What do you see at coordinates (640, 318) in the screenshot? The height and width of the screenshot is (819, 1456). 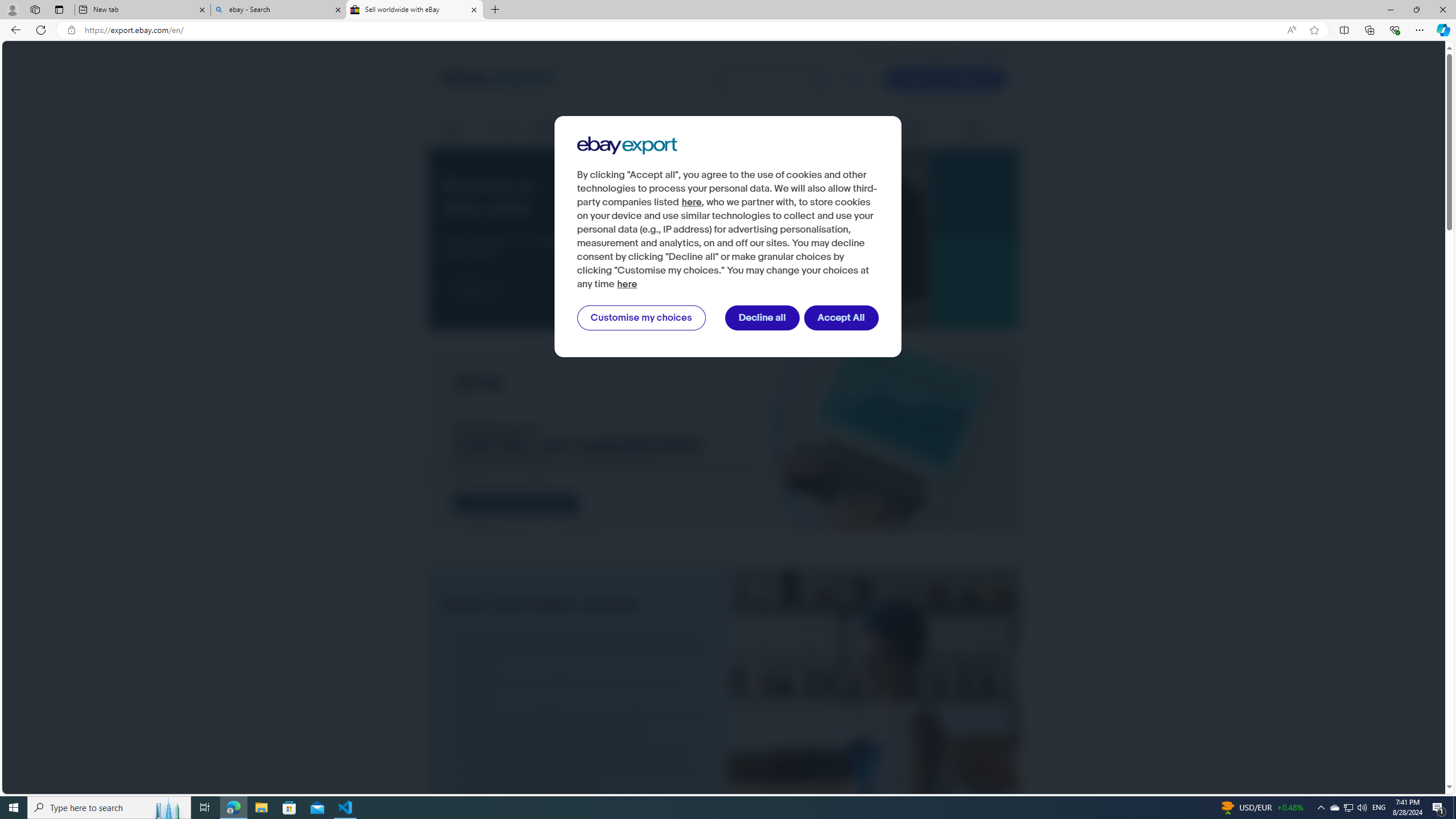 I see `'Customise my choices'` at bounding box center [640, 318].